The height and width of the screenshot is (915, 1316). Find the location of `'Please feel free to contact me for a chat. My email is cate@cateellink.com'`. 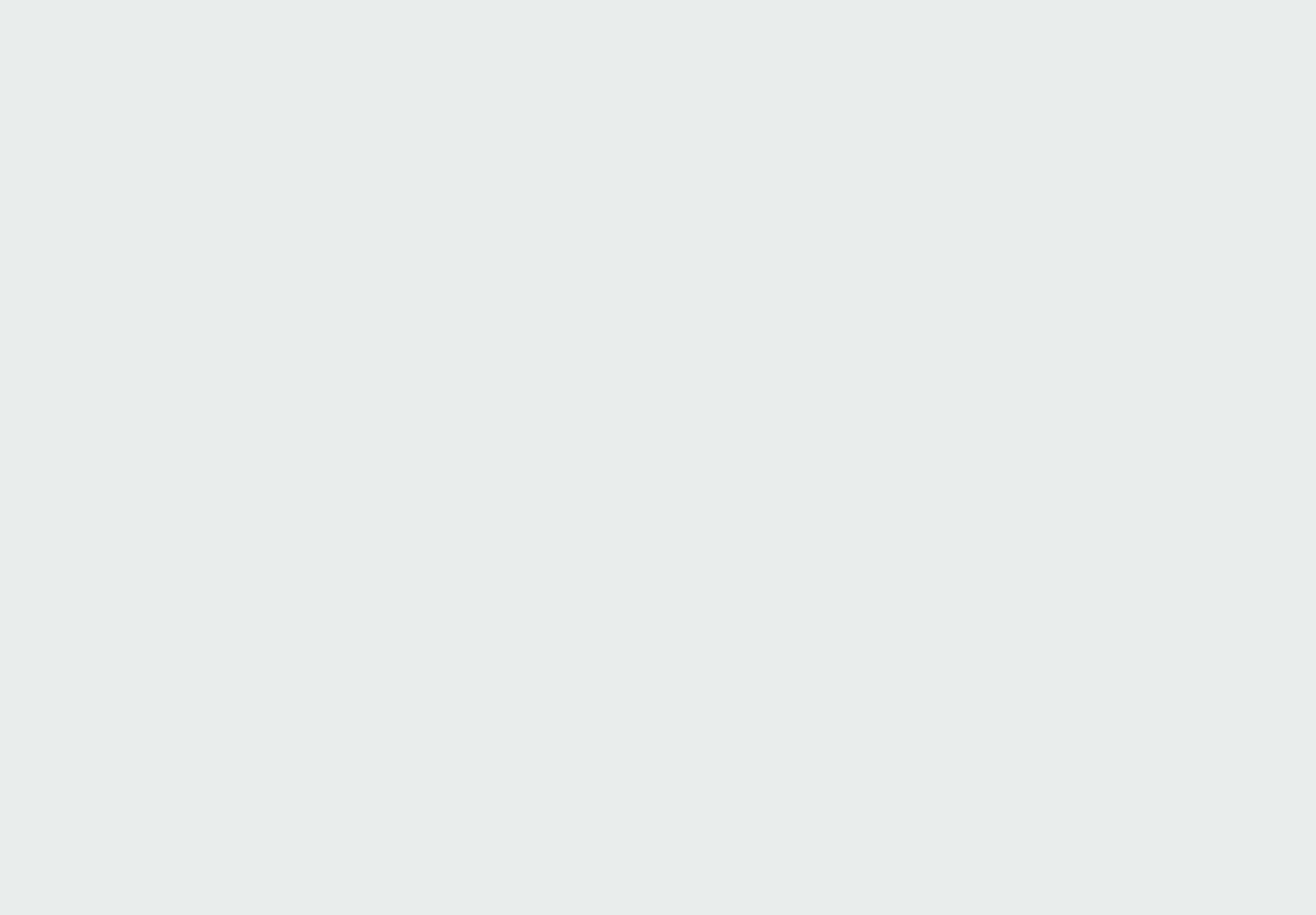

'Please feel free to contact me for a chat. My email is cate@cateellink.com' is located at coordinates (36, 613).